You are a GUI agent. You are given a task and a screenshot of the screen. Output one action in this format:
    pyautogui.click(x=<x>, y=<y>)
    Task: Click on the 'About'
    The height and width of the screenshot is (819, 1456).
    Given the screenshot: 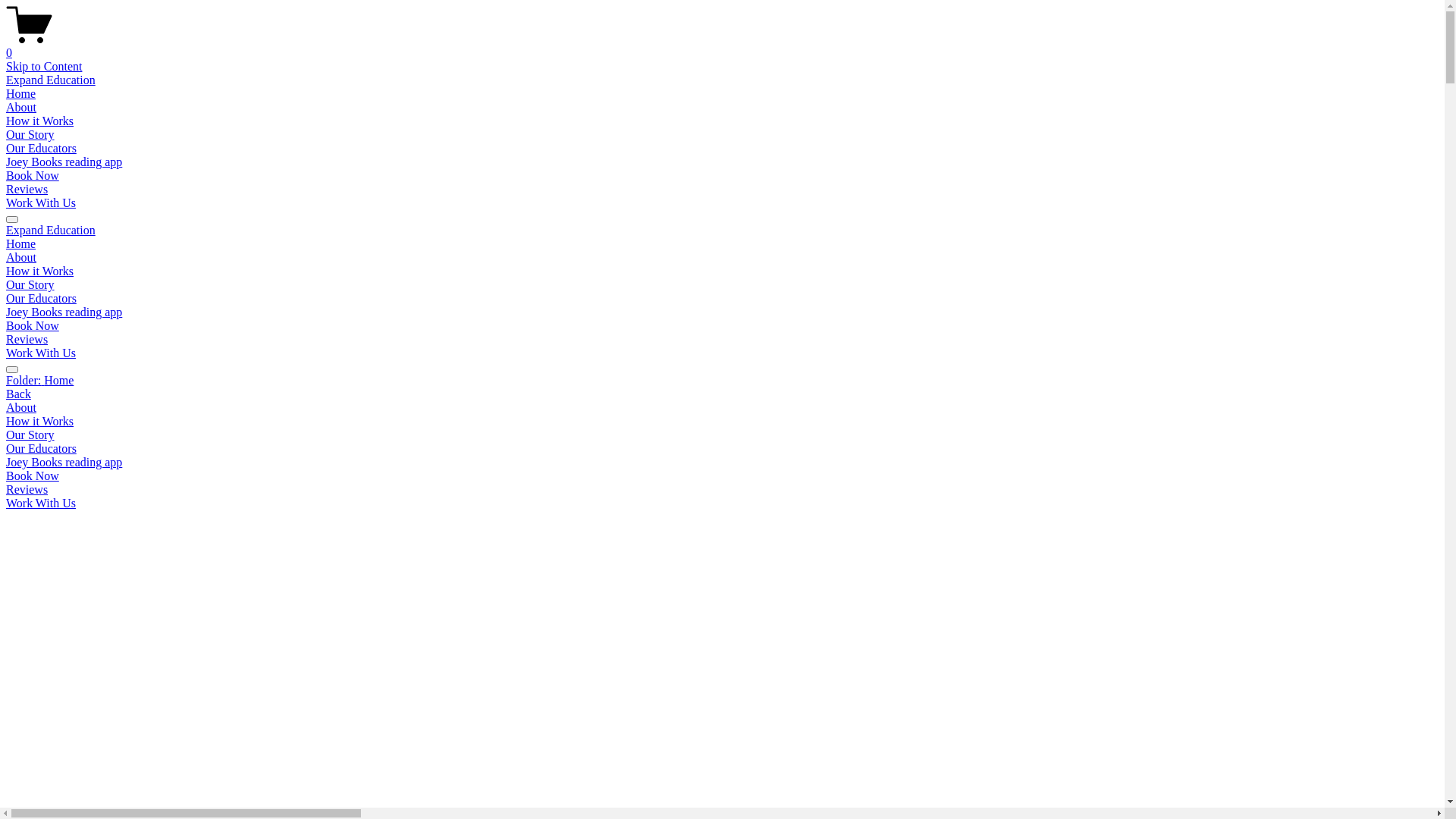 What is the action you would take?
    pyautogui.click(x=21, y=256)
    